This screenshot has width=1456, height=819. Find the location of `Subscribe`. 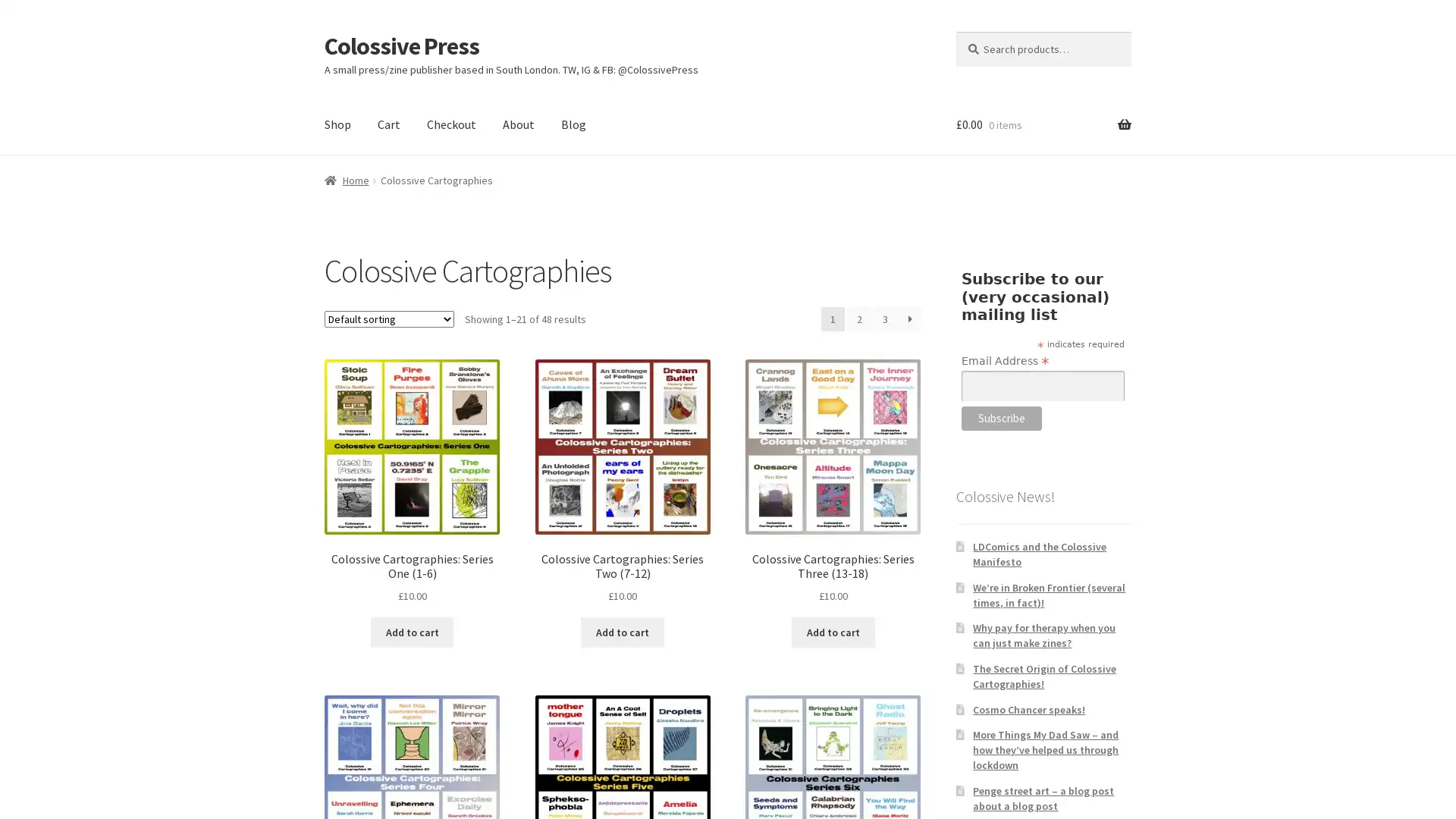

Subscribe is located at coordinates (1001, 418).